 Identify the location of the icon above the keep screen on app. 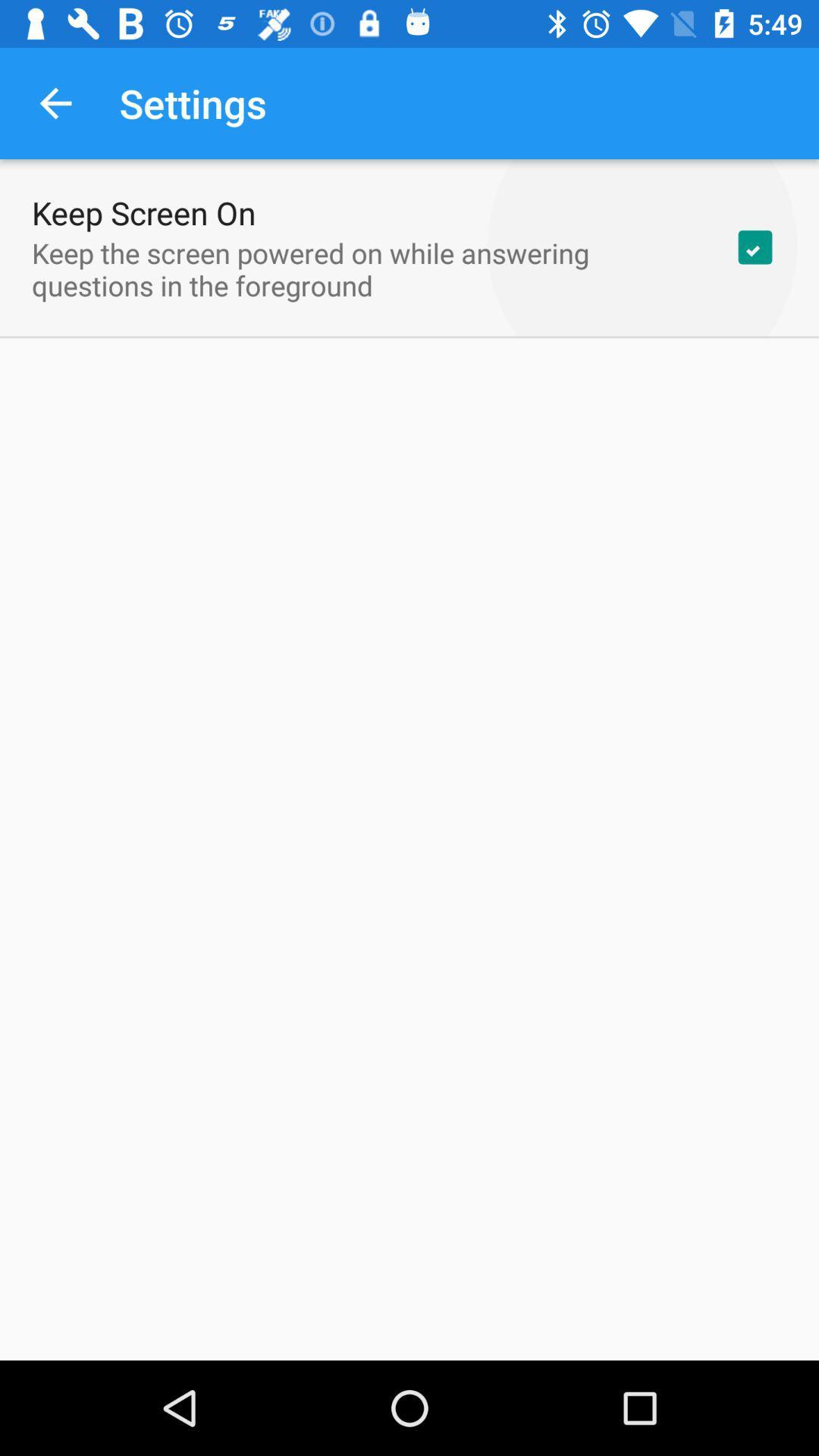
(55, 102).